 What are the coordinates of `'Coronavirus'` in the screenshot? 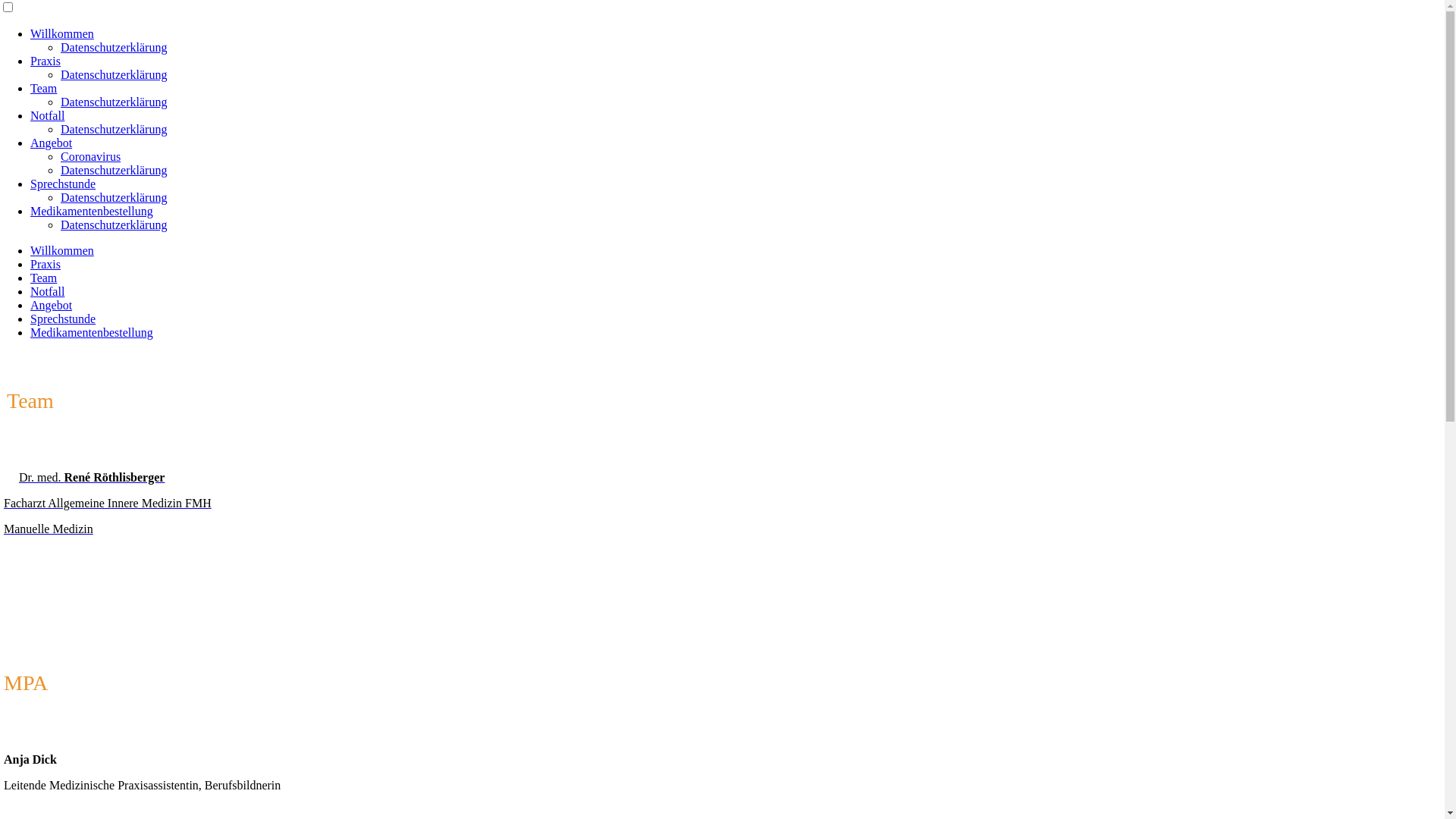 It's located at (61, 156).